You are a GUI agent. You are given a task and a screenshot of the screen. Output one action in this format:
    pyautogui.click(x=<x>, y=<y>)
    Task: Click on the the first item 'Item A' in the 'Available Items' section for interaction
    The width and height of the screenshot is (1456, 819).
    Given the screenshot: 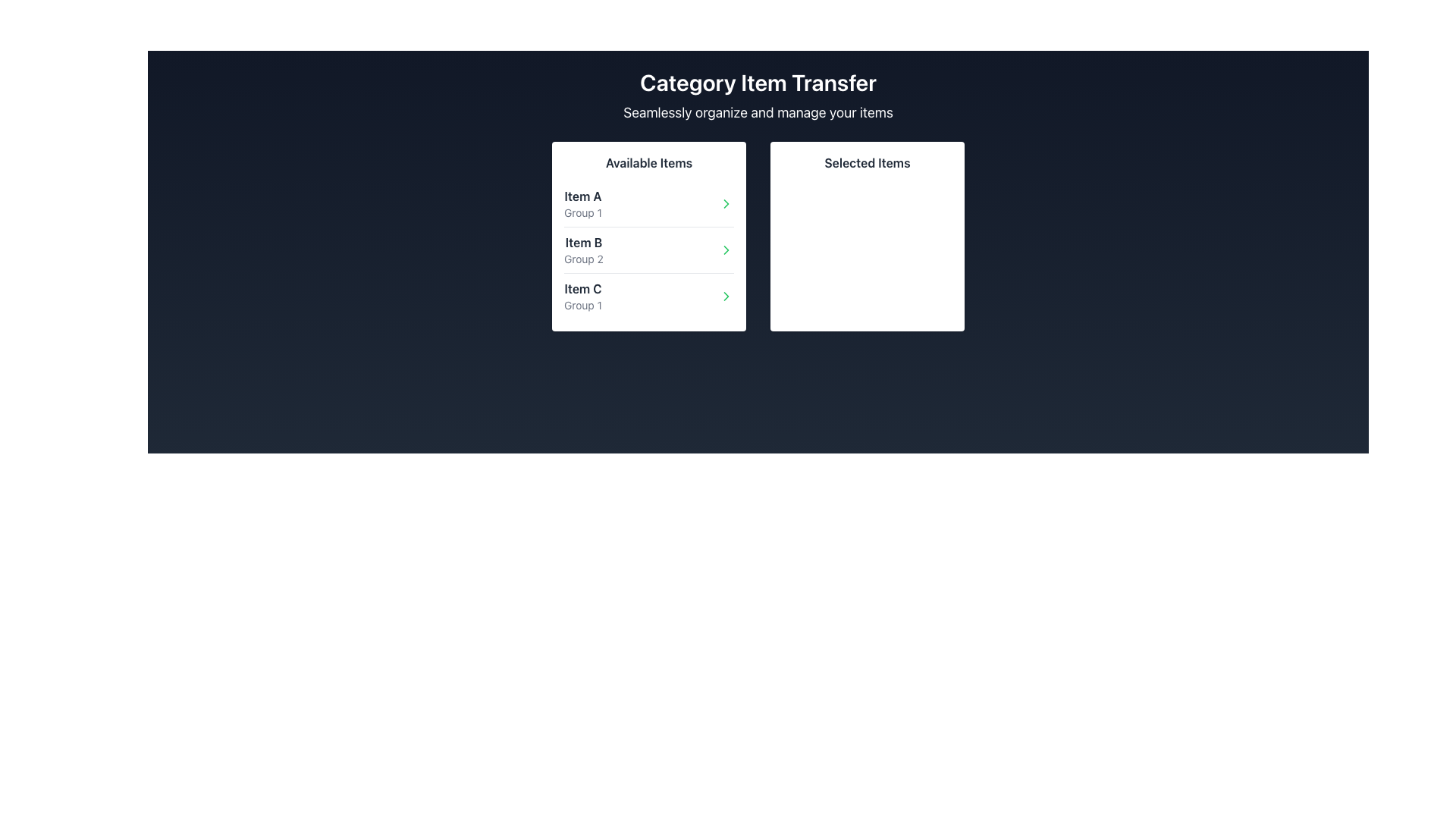 What is the action you would take?
    pyautogui.click(x=582, y=203)
    